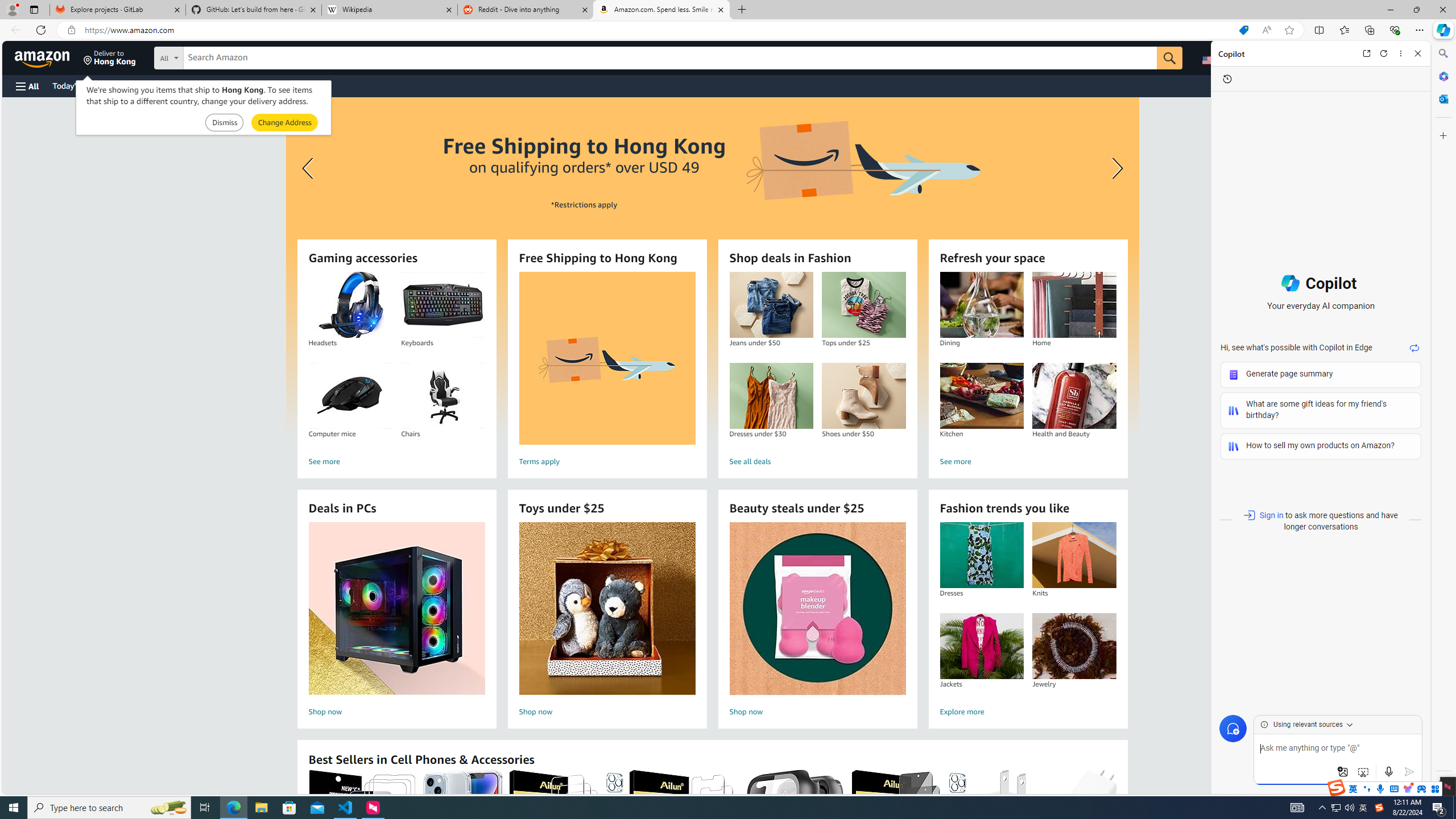  Describe the element at coordinates (350, 396) in the screenshot. I see `'Computer mice'` at that location.